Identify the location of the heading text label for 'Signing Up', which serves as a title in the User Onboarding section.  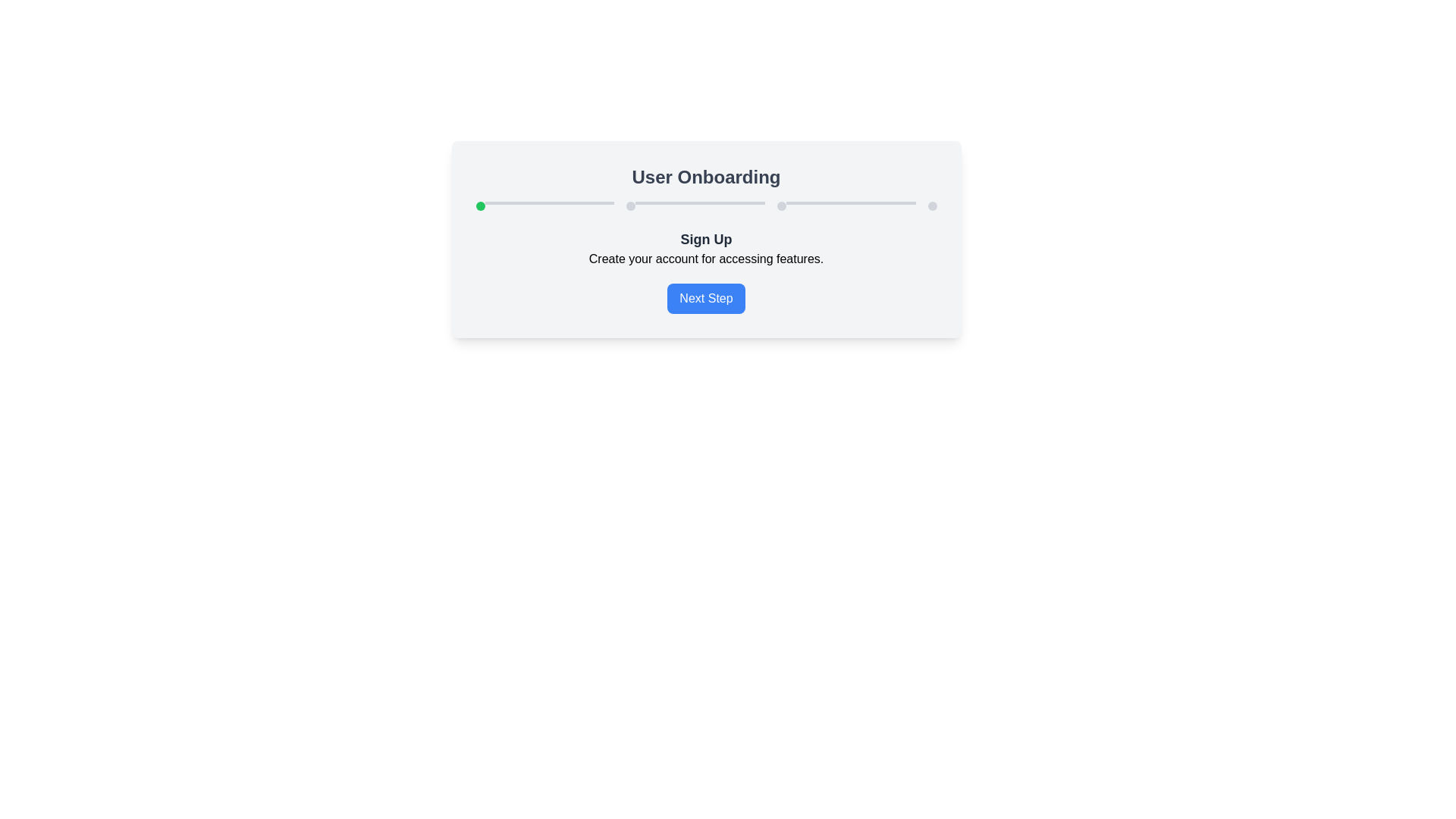
(705, 239).